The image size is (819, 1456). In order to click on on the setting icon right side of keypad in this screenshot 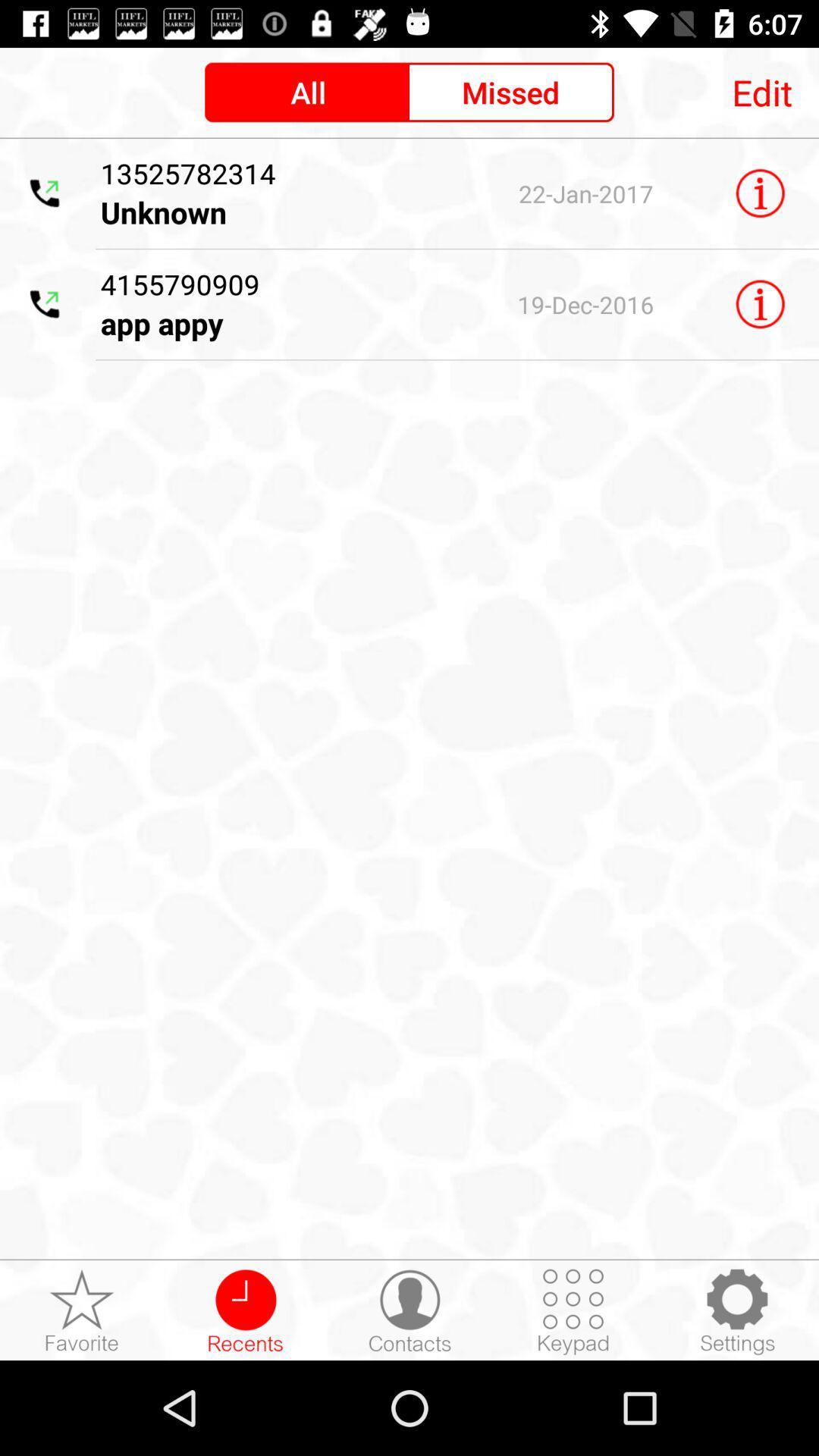, I will do `click(736, 1310)`.